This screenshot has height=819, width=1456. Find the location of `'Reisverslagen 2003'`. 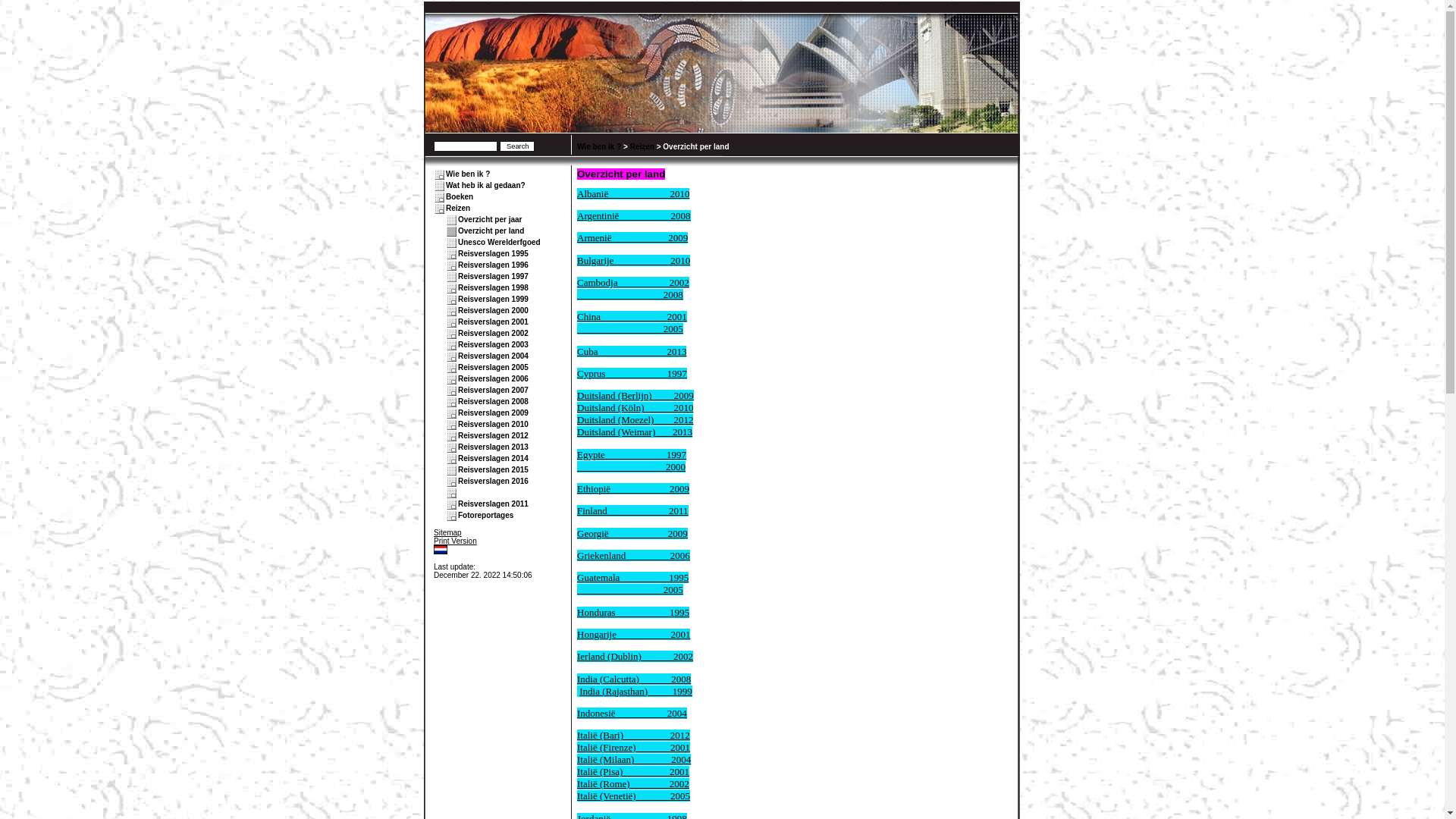

'Reisverslagen 2003' is located at coordinates (493, 344).